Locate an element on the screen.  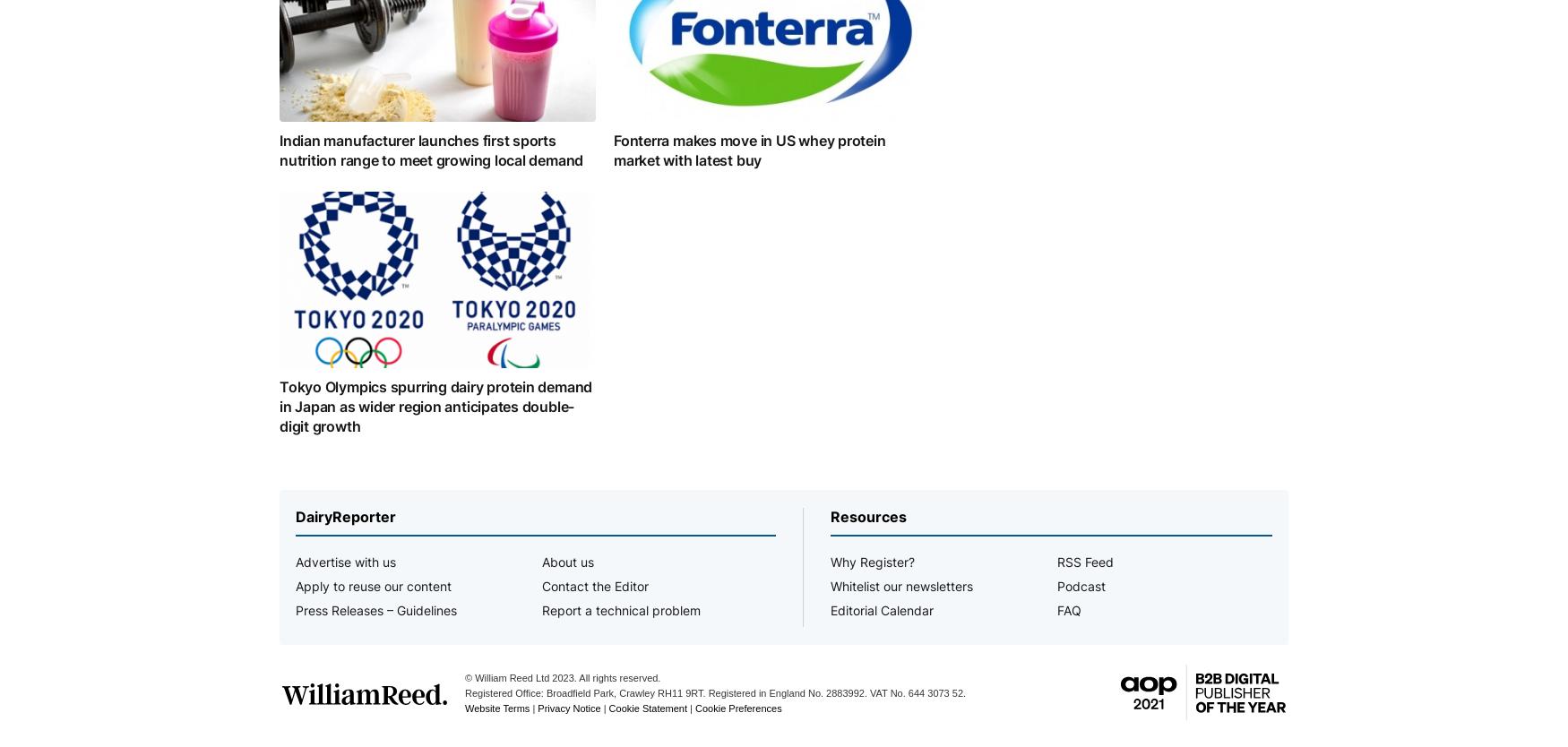
'Indian manufacturer launches first sports nutrition range to meet growing local demand' is located at coordinates (431, 149).